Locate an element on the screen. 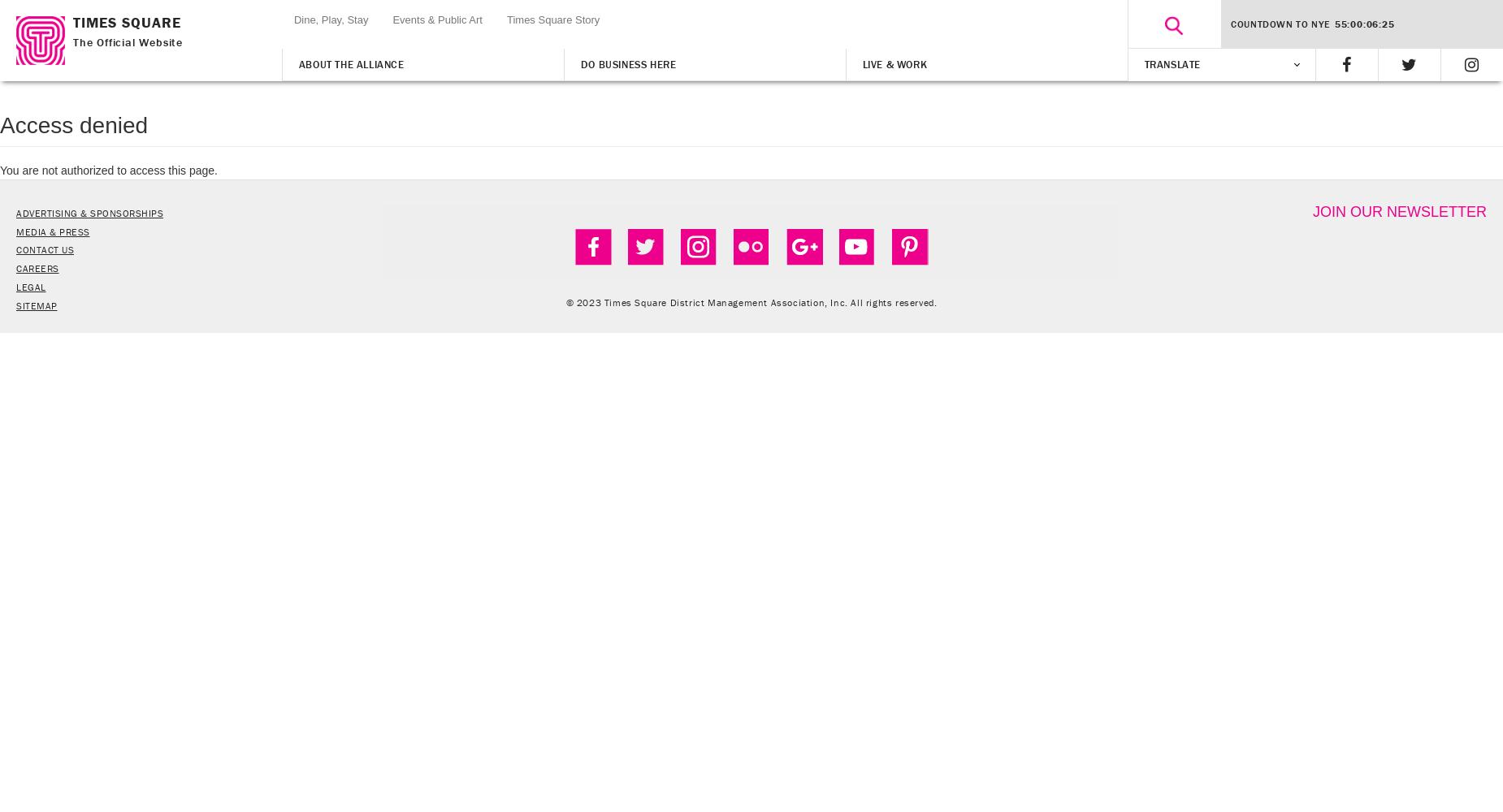 The width and height of the screenshot is (1503, 812). 'ADVERTISING & SPONSORSHIPS' is located at coordinates (89, 212).